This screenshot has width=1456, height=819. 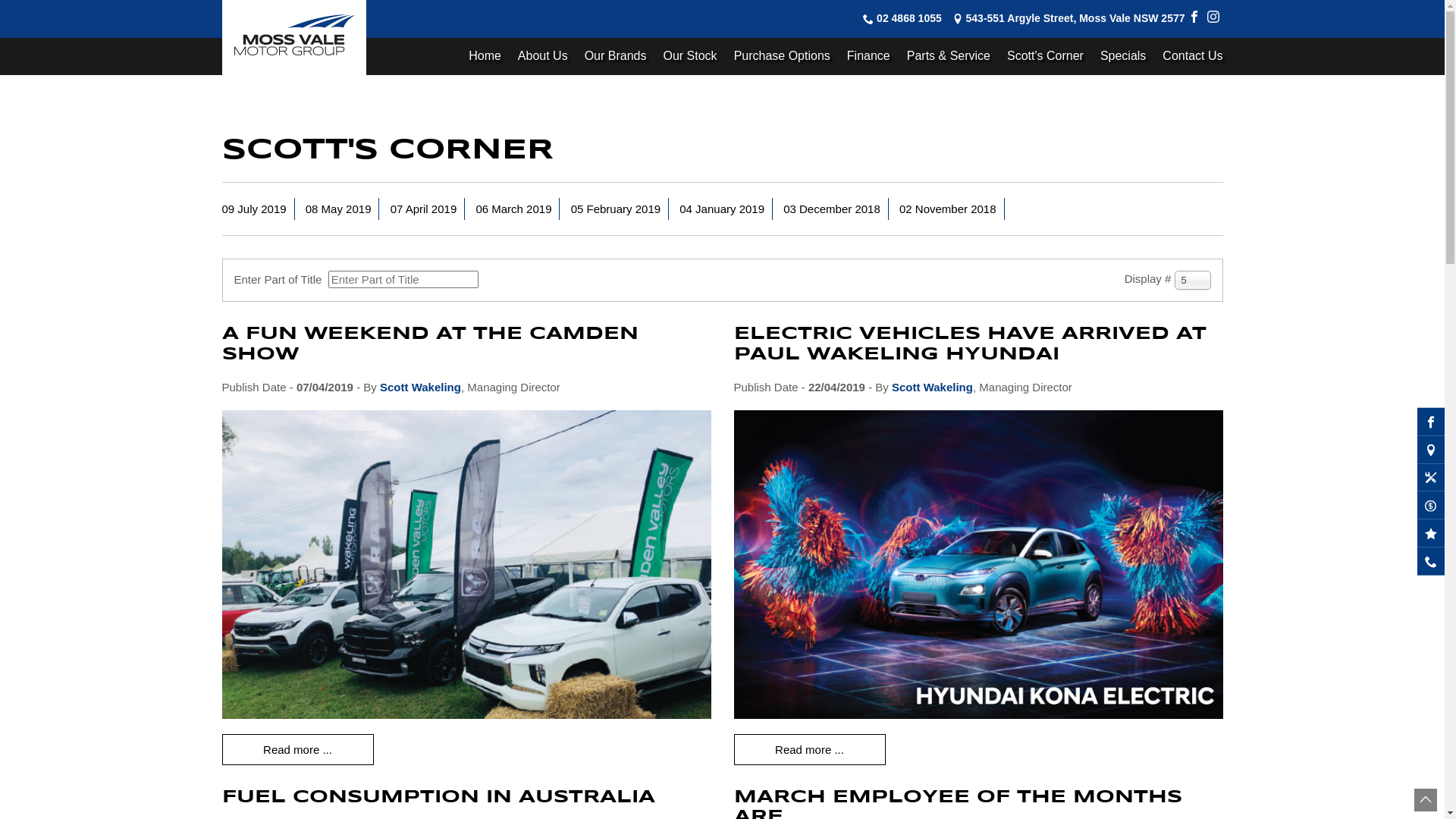 What do you see at coordinates (403, 279) in the screenshot?
I see `'Enter all or part of the title to search for.'` at bounding box center [403, 279].